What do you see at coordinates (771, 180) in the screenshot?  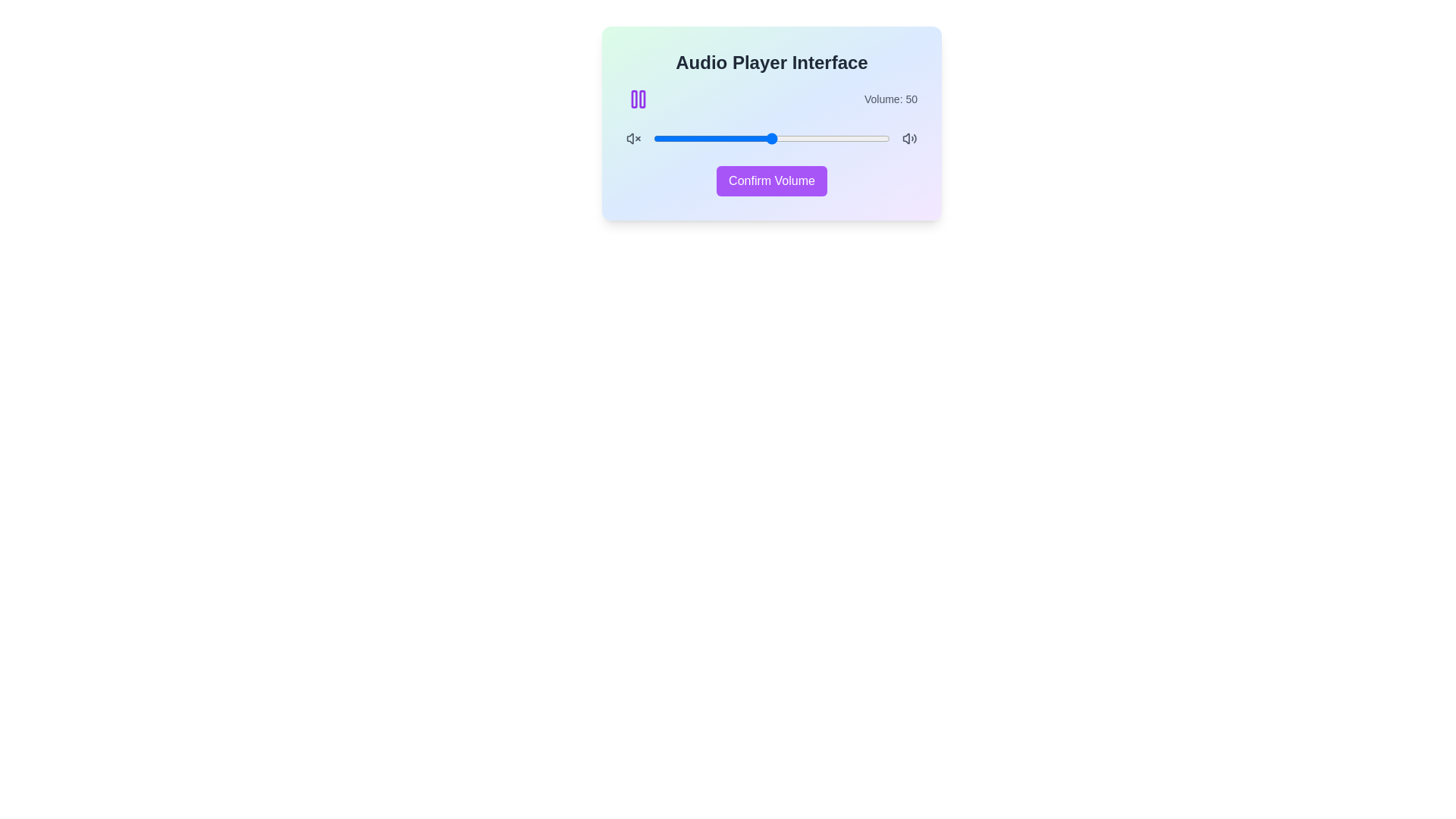 I see `the confirm button located at the bottom of the card-like interface` at bounding box center [771, 180].